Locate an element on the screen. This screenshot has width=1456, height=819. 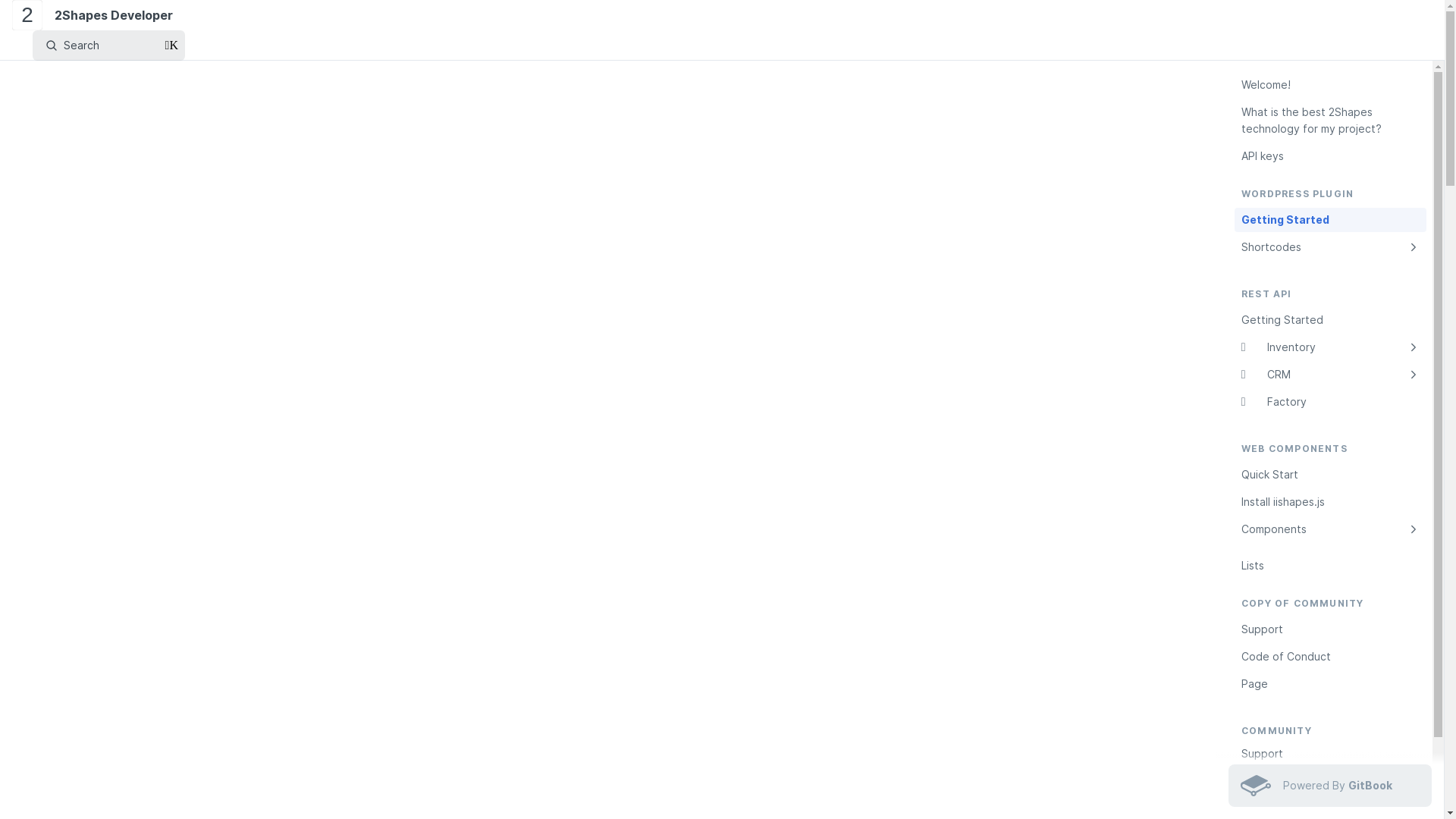
'Welcome!' is located at coordinates (1329, 84).